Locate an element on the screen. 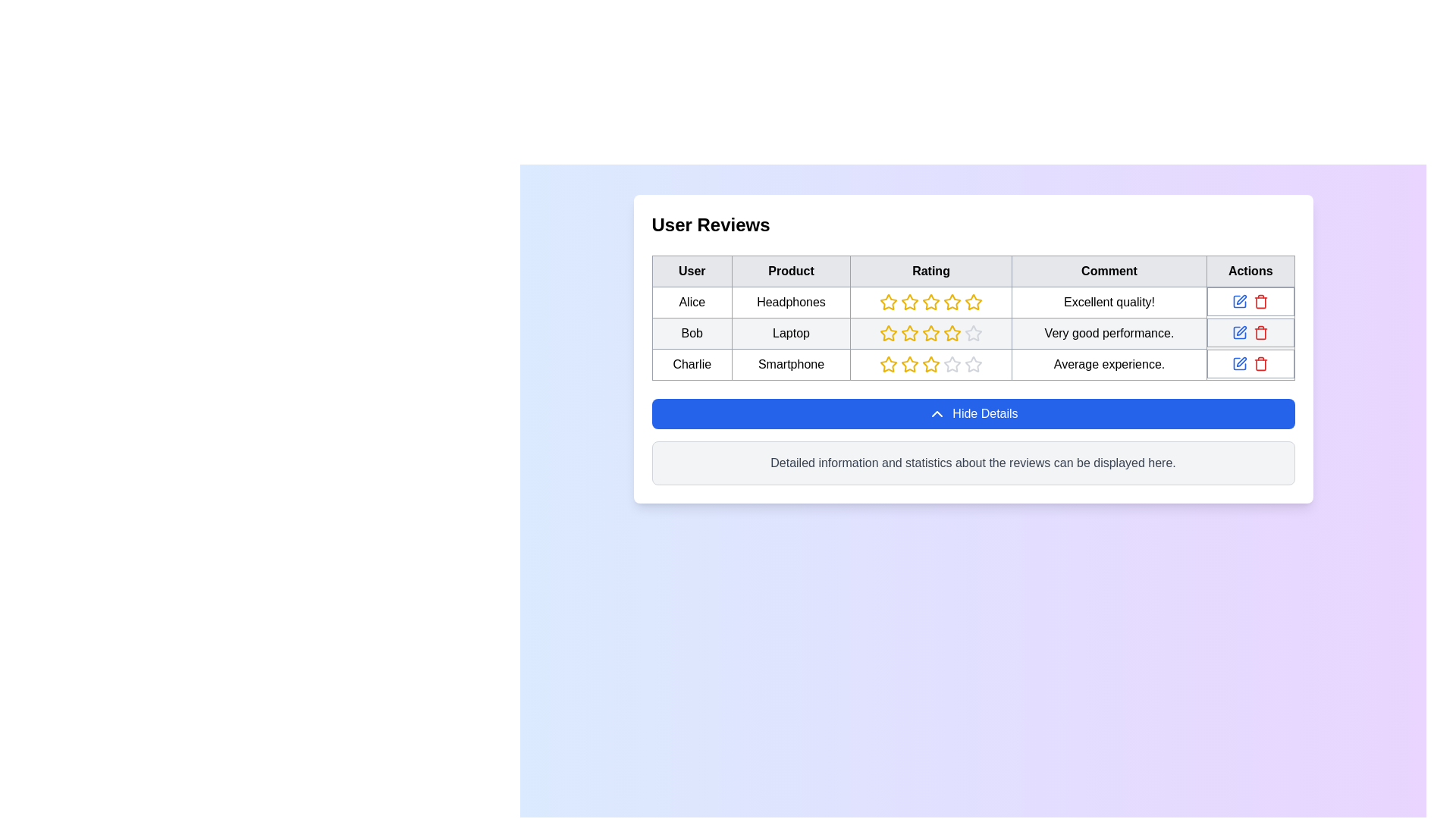 This screenshot has height=819, width=1456. the first star icon is located at coordinates (888, 302).